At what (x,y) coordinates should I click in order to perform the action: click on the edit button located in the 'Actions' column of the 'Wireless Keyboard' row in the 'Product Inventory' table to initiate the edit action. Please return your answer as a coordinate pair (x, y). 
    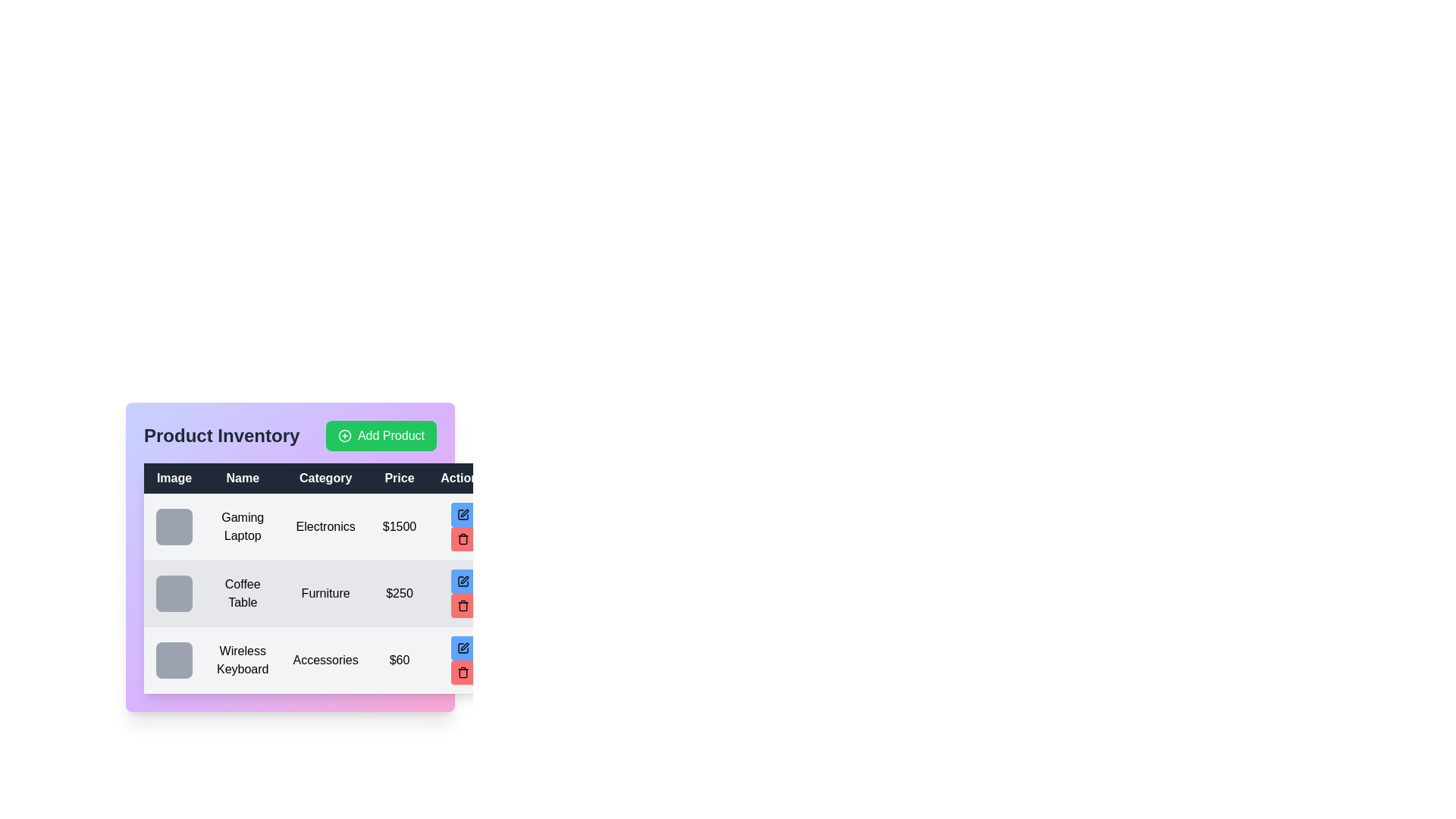
    Looking at the image, I should click on (462, 648).